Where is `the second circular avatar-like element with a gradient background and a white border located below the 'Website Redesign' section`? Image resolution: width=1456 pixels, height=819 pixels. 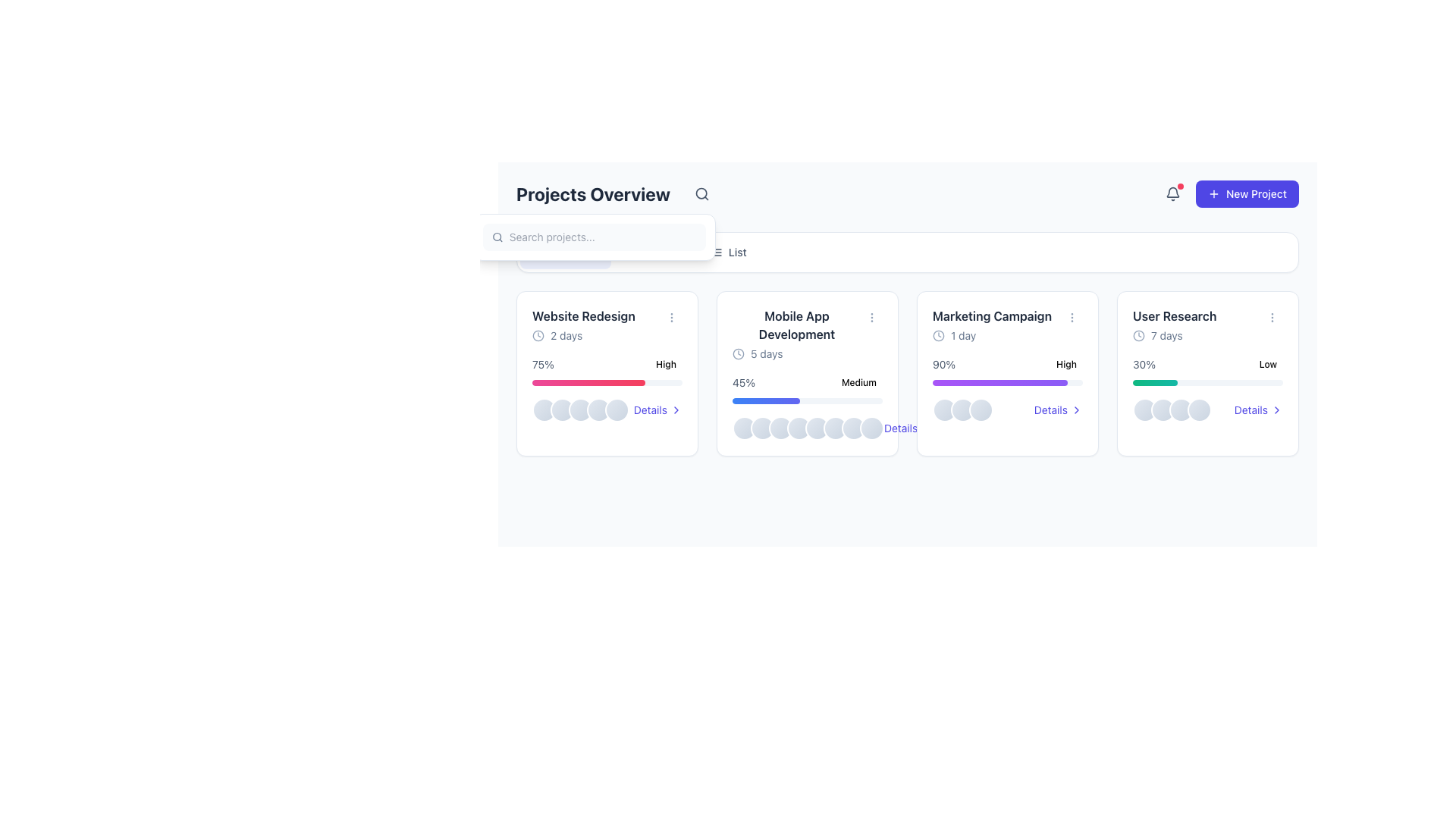
the second circular avatar-like element with a gradient background and a white border located below the 'Website Redesign' section is located at coordinates (562, 409).